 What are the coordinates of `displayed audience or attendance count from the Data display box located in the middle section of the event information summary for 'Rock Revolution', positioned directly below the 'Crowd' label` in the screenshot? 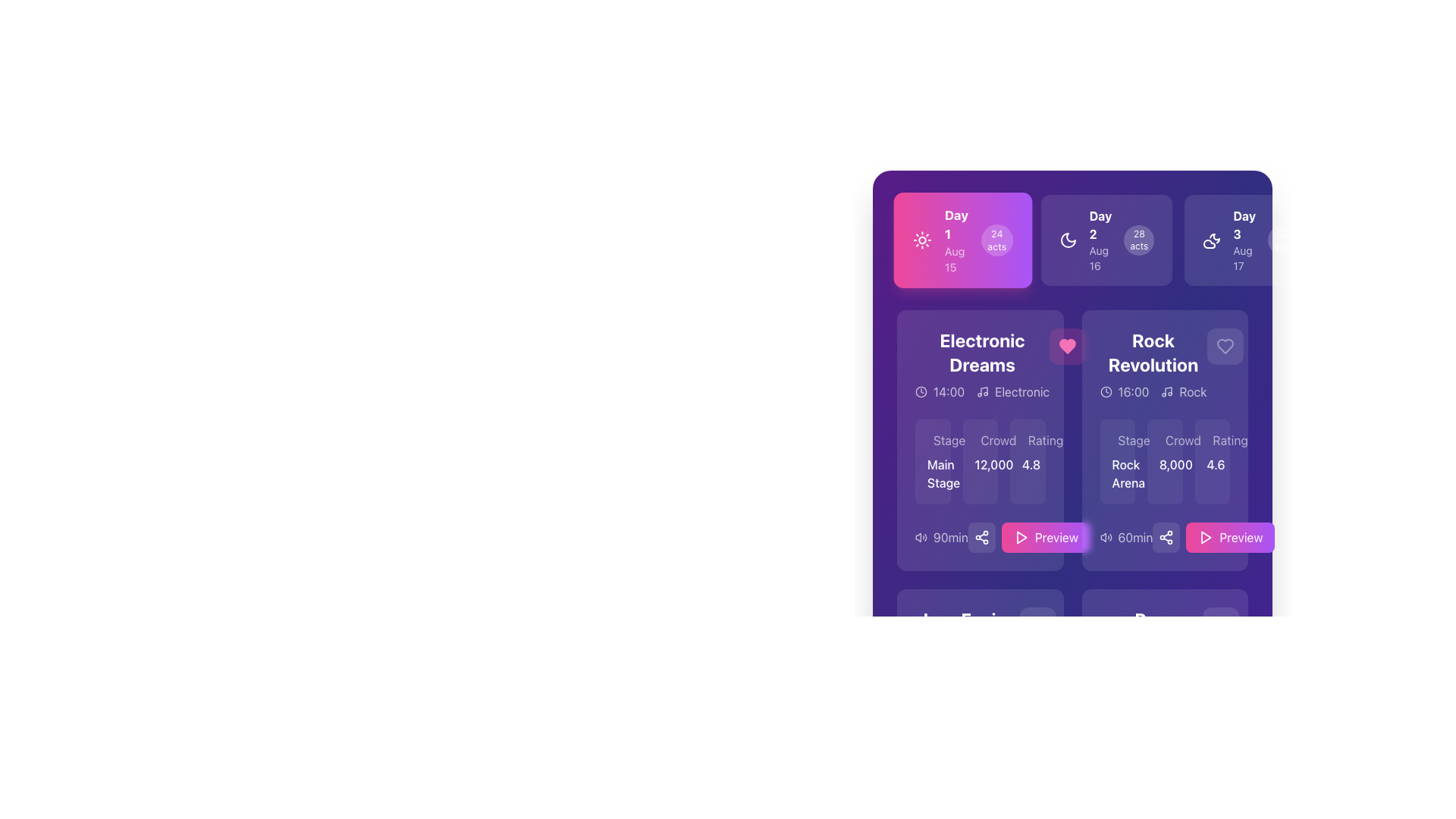 It's located at (1164, 461).